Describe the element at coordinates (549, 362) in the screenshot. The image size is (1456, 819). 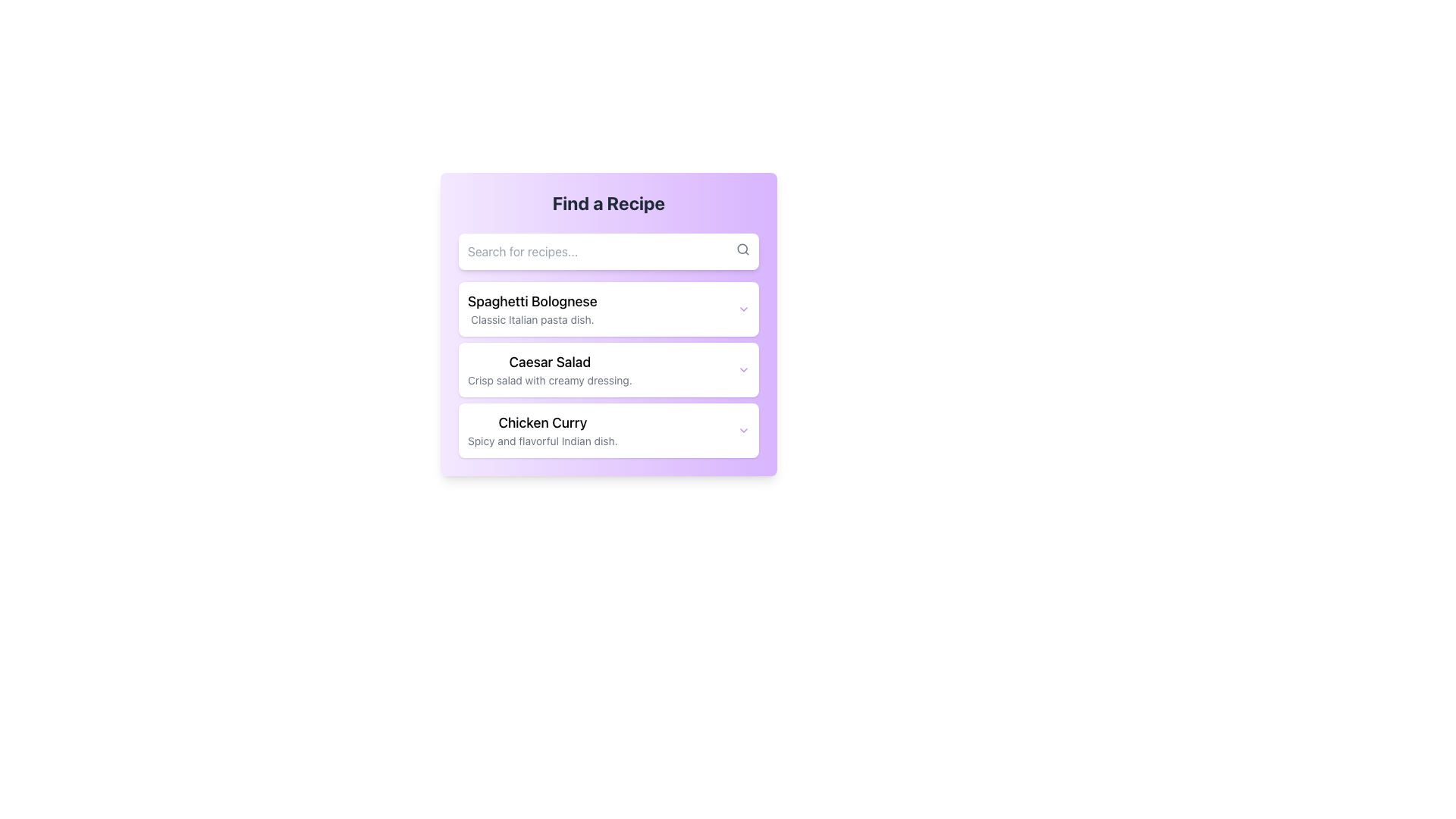
I see `text label displaying 'Caesar Salad' which is styled in bold and positioned centrally within a purple panel in the recipe list interface` at that location.